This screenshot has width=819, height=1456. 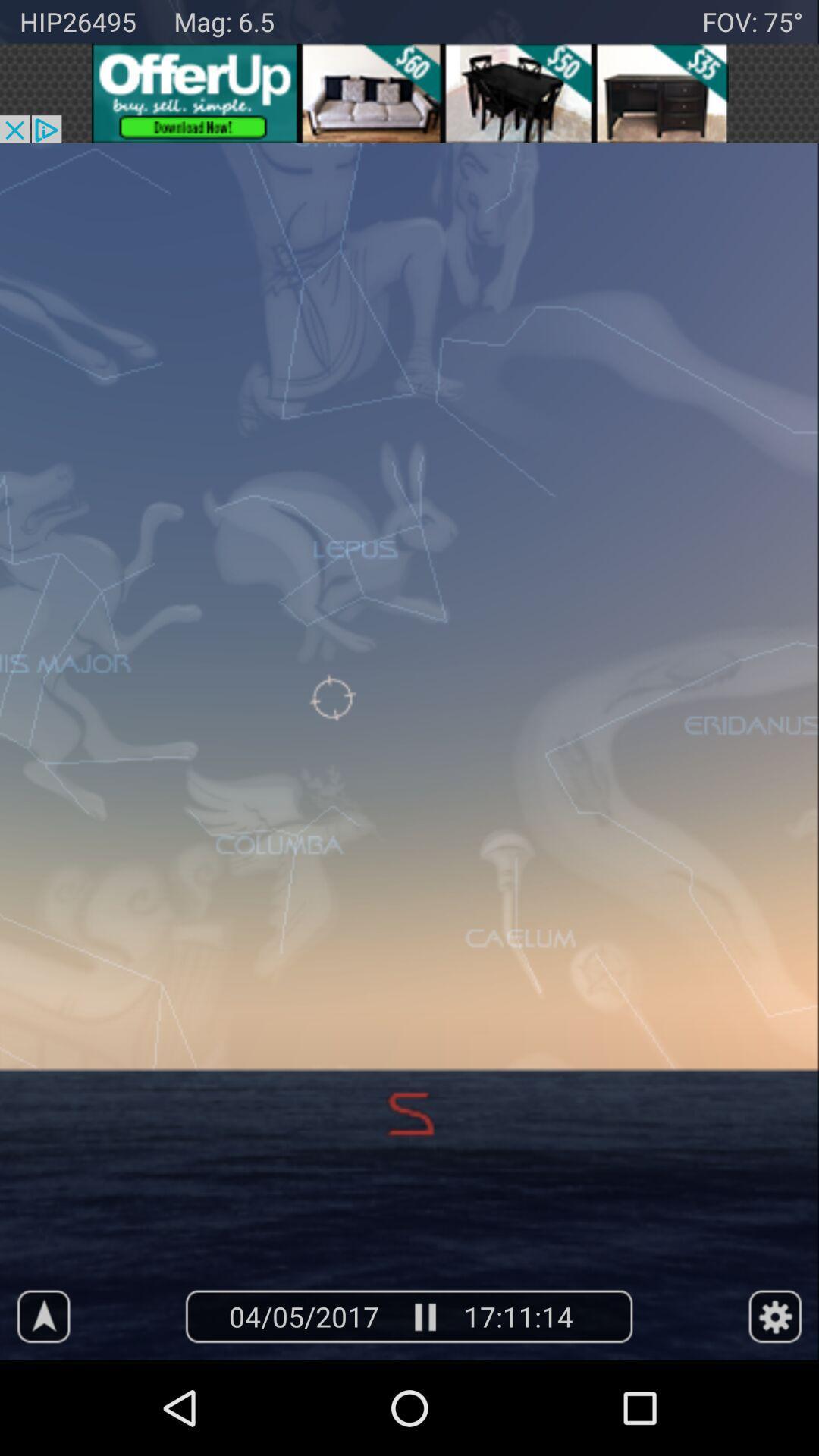 What do you see at coordinates (424, 1316) in the screenshot?
I see `switch pause option` at bounding box center [424, 1316].